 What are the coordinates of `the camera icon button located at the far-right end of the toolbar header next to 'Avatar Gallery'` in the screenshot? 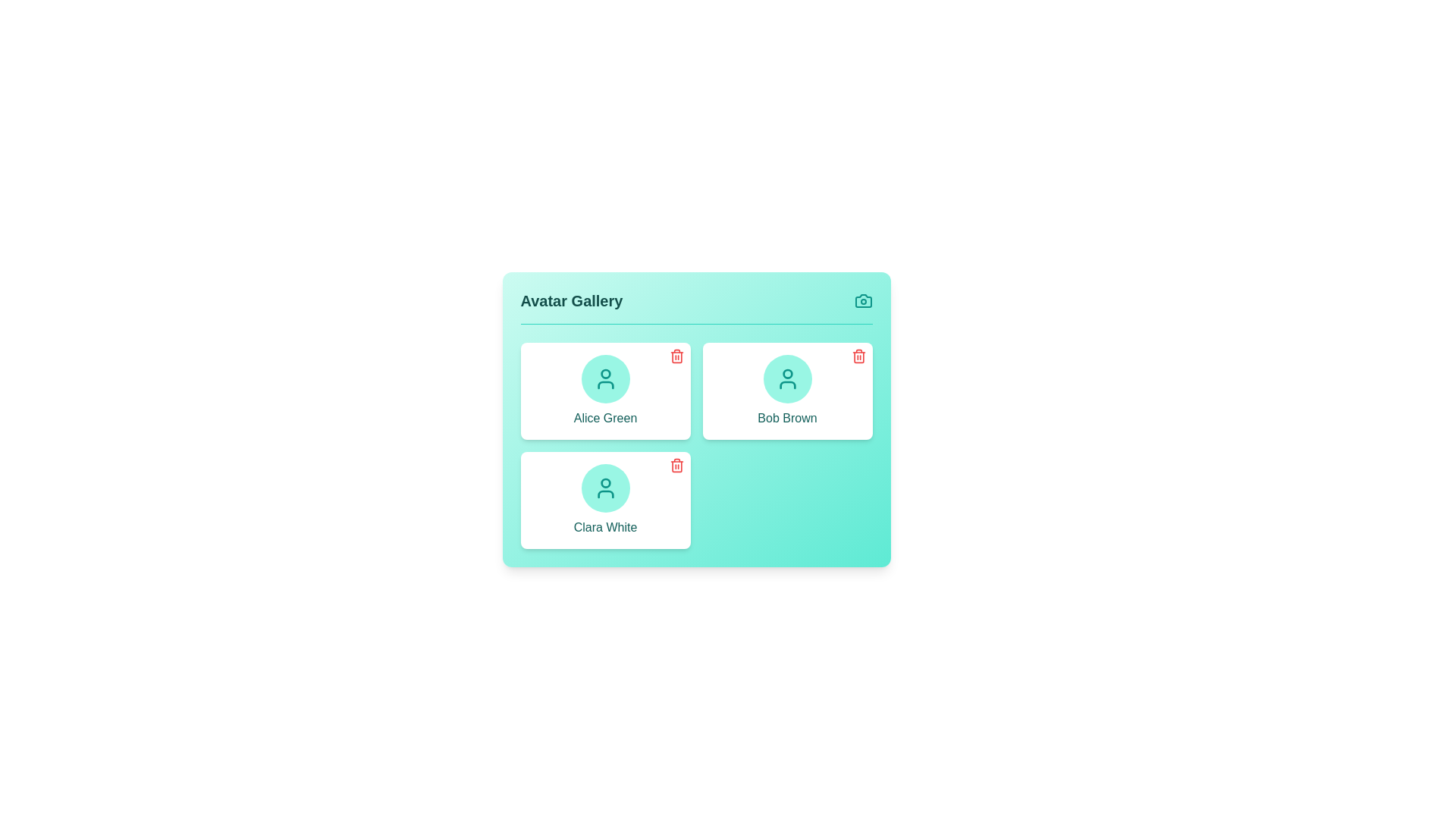 It's located at (863, 301).